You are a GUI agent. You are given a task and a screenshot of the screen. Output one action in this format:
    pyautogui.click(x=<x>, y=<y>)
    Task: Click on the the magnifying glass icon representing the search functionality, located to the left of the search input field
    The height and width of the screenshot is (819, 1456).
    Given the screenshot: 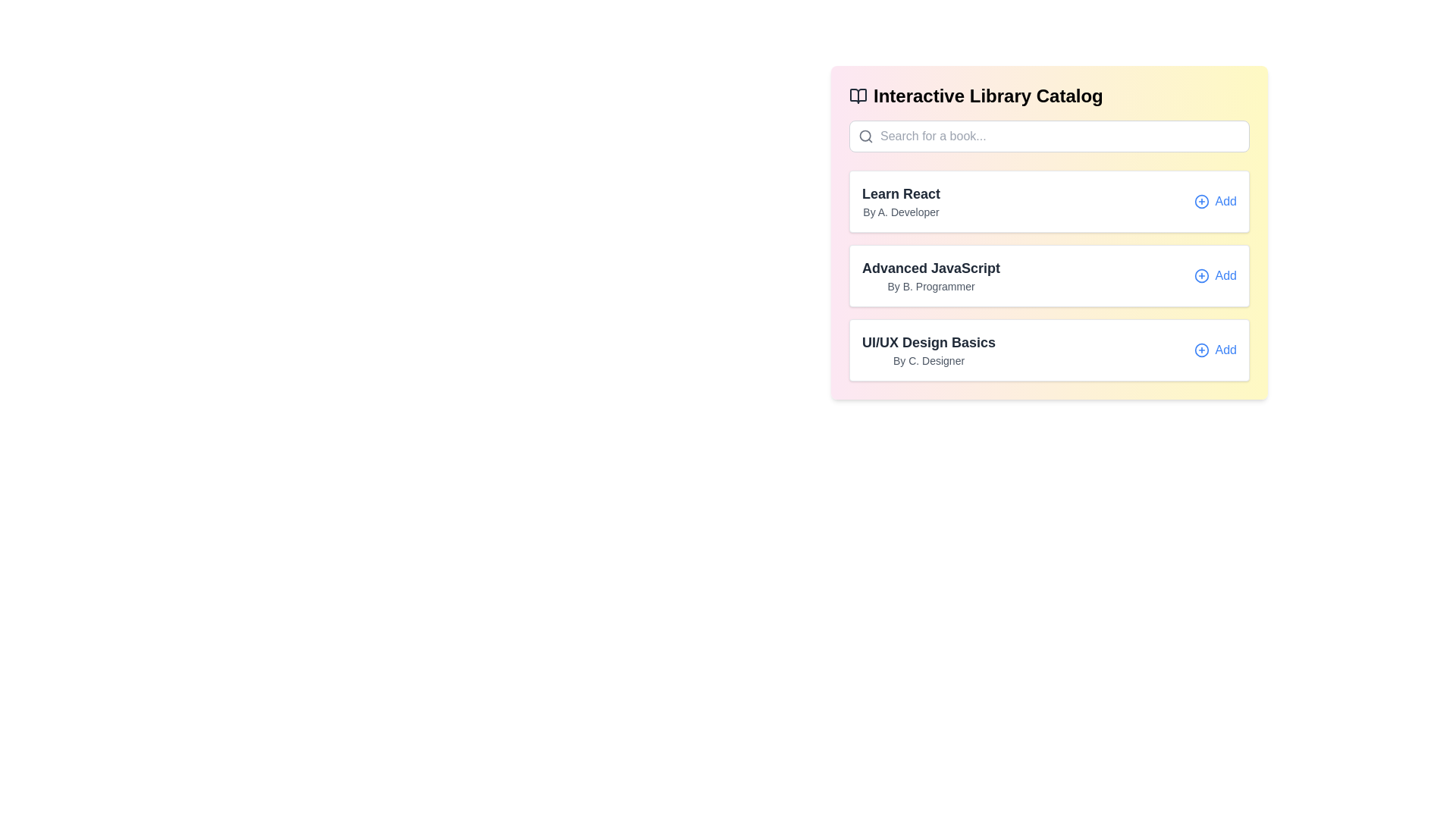 What is the action you would take?
    pyautogui.click(x=866, y=136)
    